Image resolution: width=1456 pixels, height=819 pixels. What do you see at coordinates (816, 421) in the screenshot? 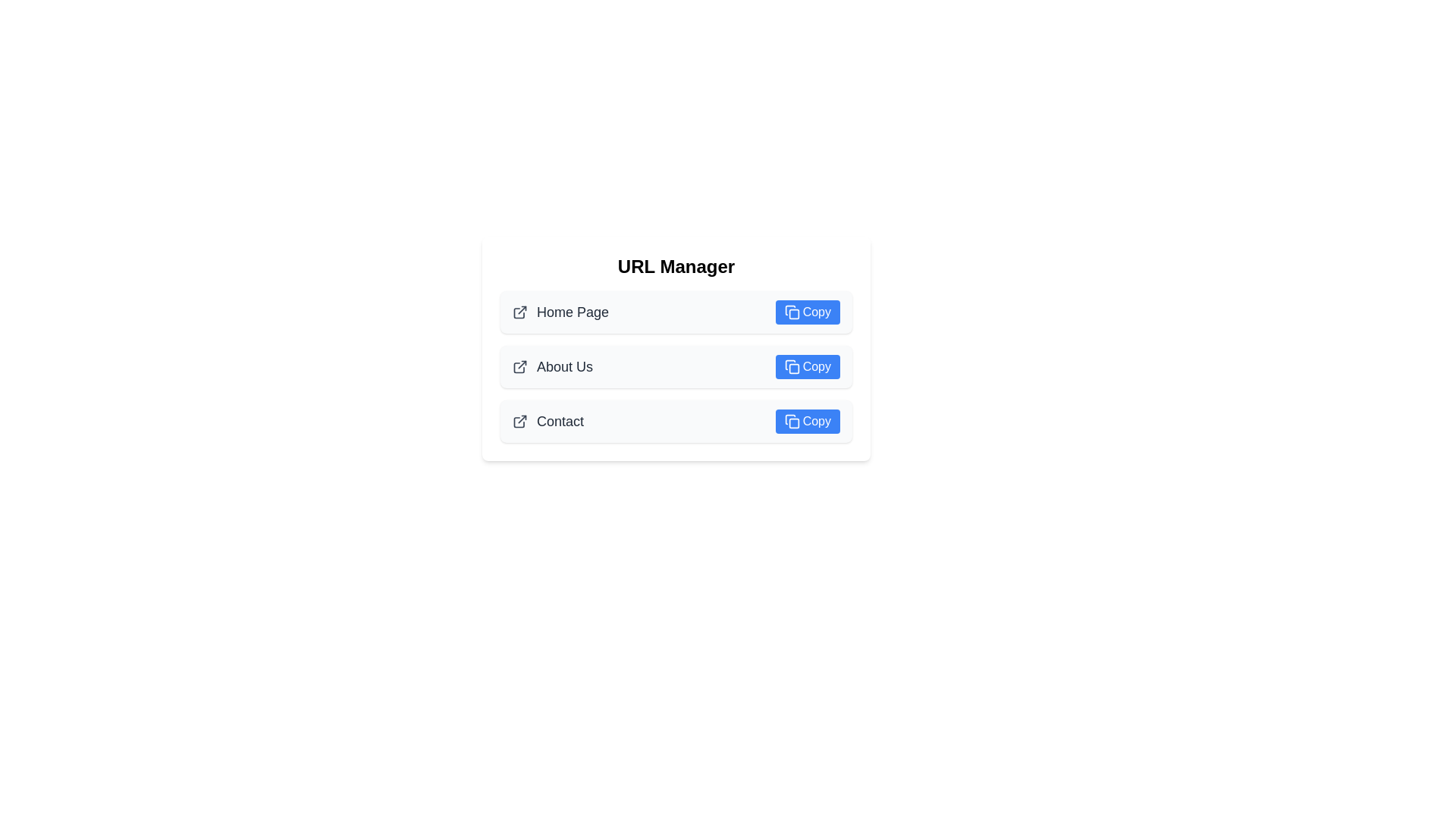
I see `label of the 'Copy' button, which is a textual button with a white font on a blue background, located in the right column of the third row of a vertical list, next to the 'Contact' label` at bounding box center [816, 421].